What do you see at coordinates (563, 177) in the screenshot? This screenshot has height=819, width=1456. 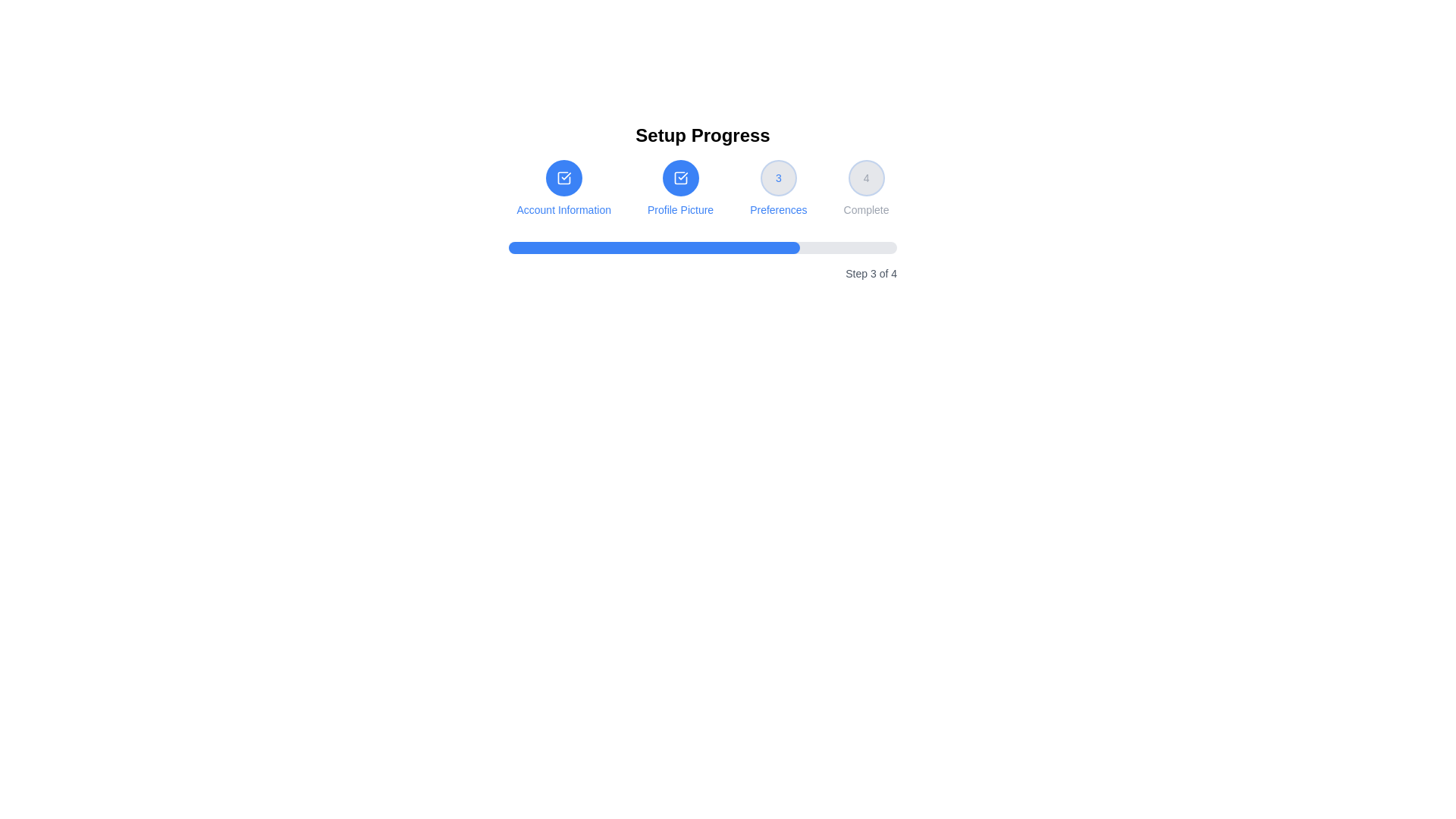 I see `the circular graphic icon filled with a blue background and a white checkmark, part of the progress bar indicating 'Account Information'` at bounding box center [563, 177].